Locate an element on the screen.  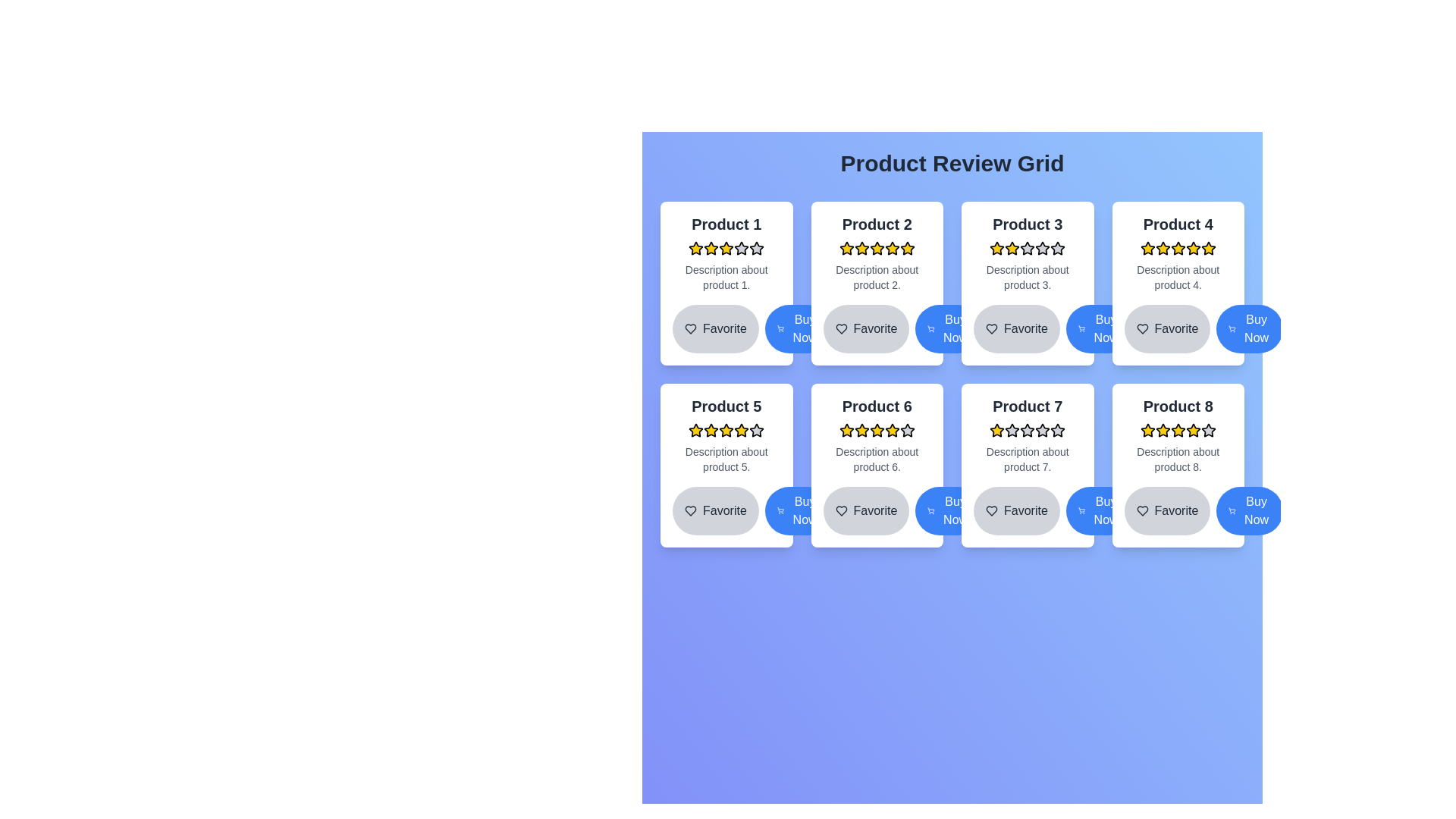
second star icon in the rating system for 'Product 2' located in the first row and second column of the grid is located at coordinates (846, 247).